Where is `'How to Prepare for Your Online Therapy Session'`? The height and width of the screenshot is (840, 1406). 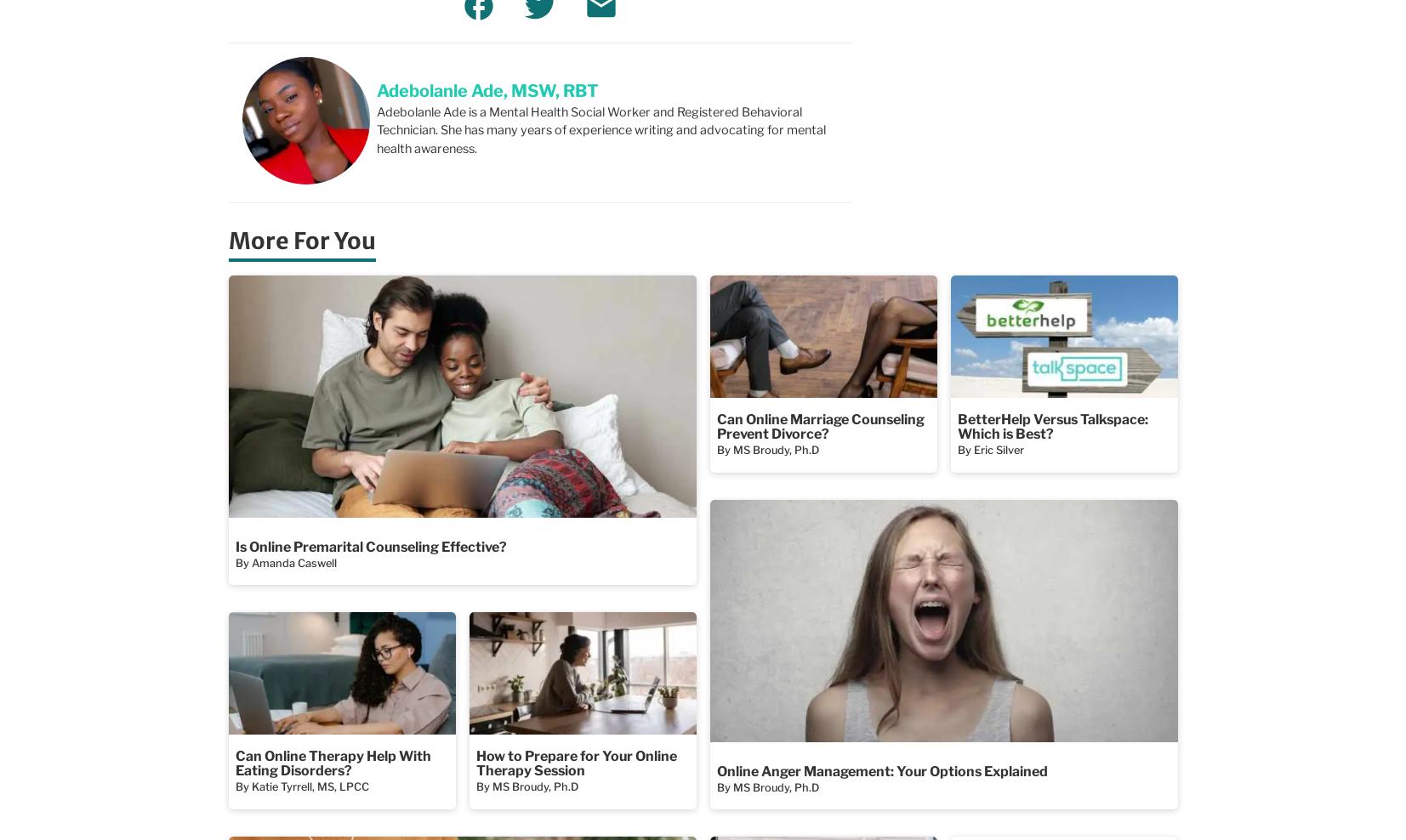
'How to Prepare for Your Online Therapy Session' is located at coordinates (475, 762).